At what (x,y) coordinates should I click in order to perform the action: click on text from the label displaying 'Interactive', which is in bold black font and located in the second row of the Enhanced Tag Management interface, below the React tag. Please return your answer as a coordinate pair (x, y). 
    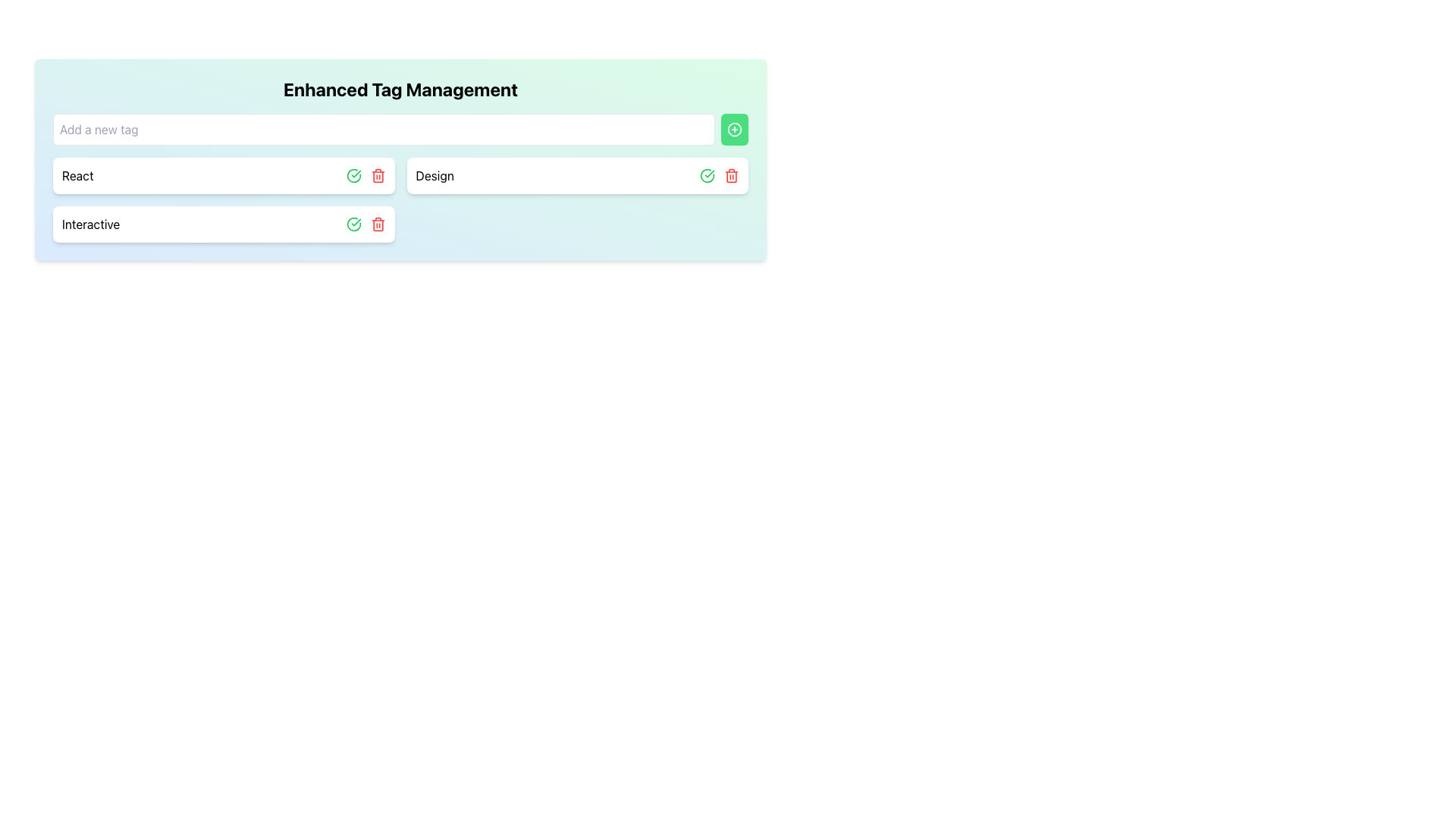
    Looking at the image, I should click on (90, 224).